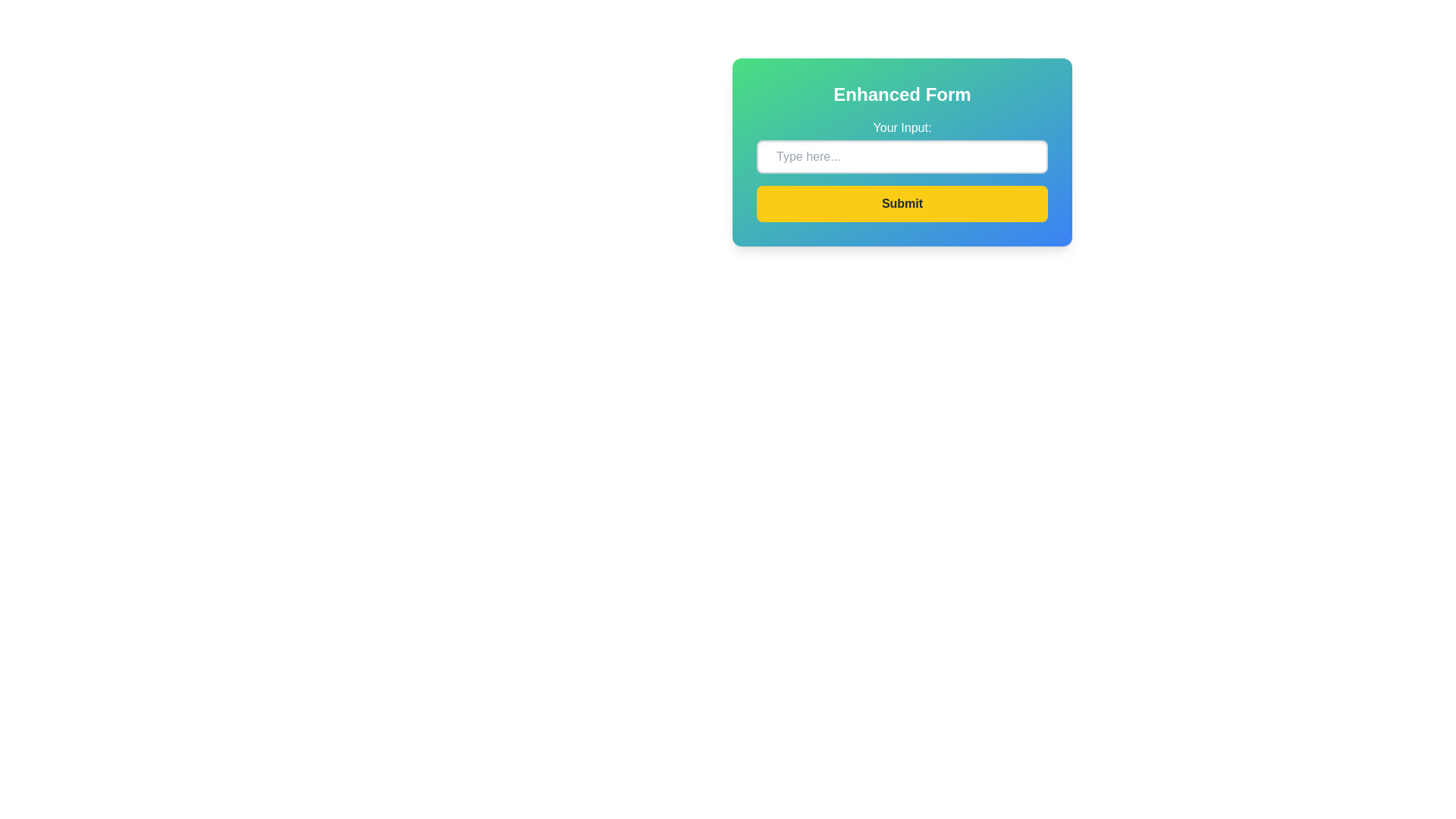 Image resolution: width=1456 pixels, height=819 pixels. I want to click on the heading text label that serves as the title for the form, positioned at the uppermost section of the interface, so click(902, 94).